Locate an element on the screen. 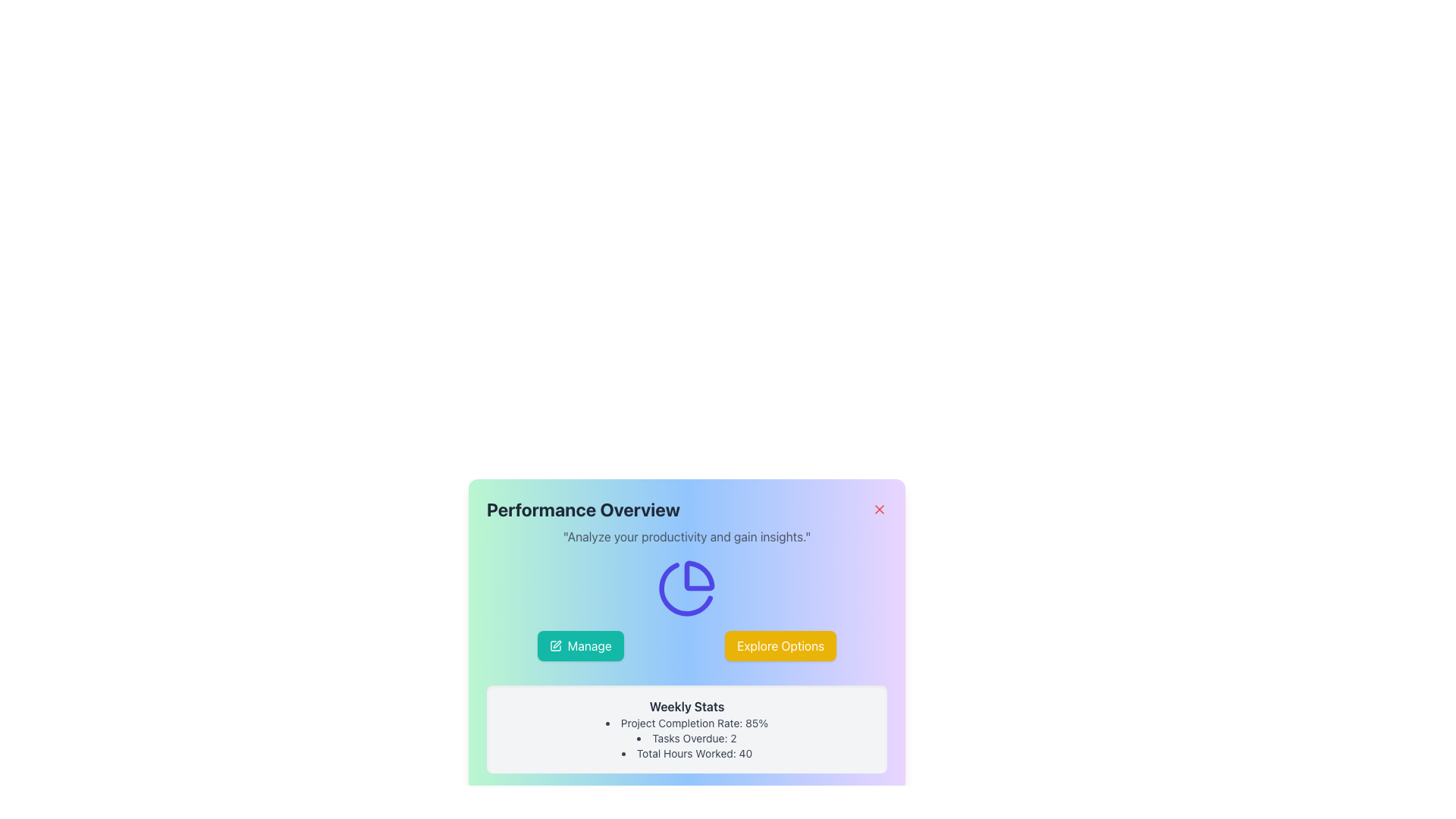 This screenshot has width=1456, height=819. informational text displaying the count of overdue tasks, which is the second item in the vertical bulleted list under 'Weekly Stats' in the 'Performance Overview' card is located at coordinates (686, 738).